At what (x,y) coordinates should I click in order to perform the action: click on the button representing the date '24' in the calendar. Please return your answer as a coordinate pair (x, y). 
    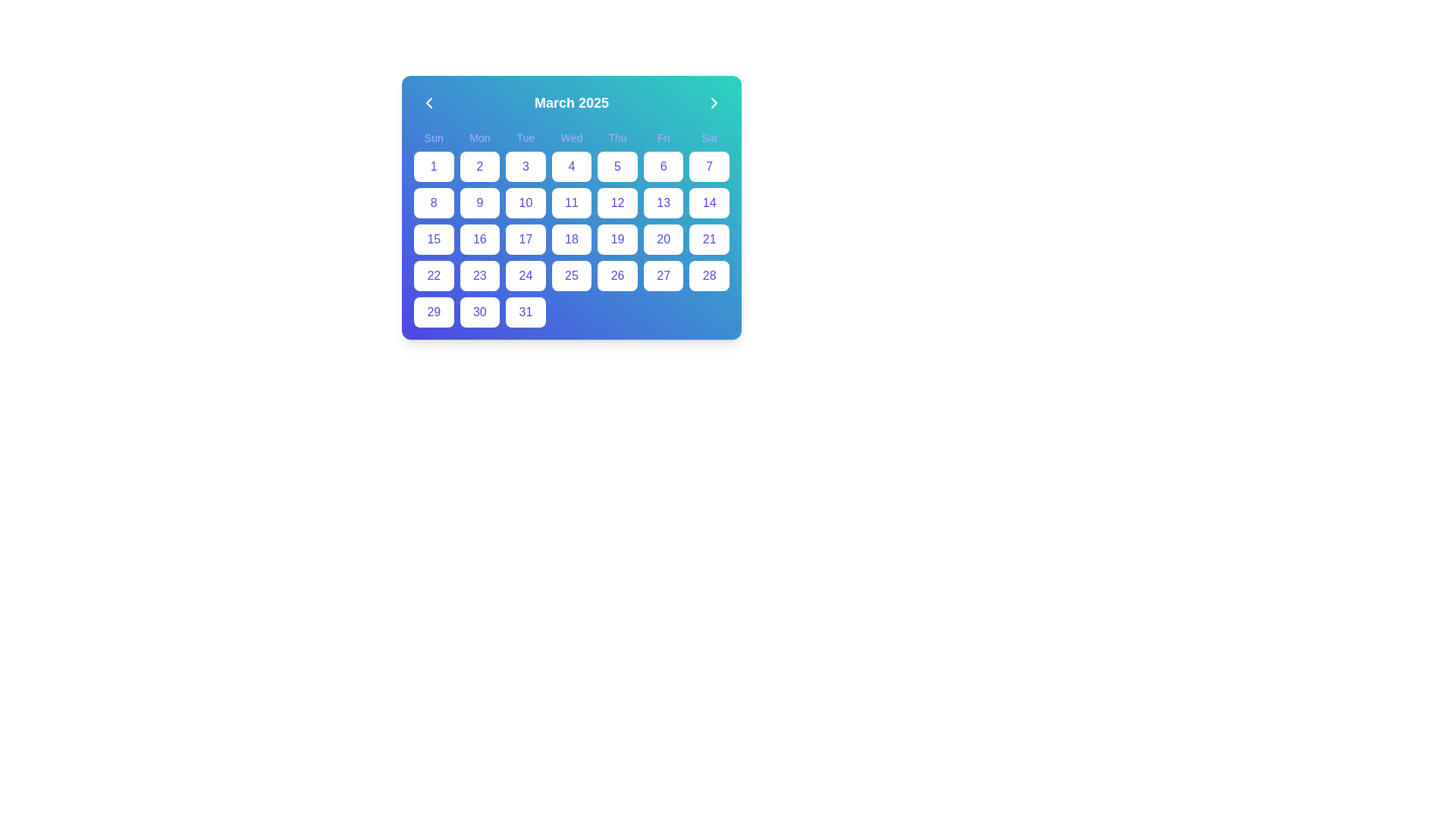
    Looking at the image, I should click on (526, 275).